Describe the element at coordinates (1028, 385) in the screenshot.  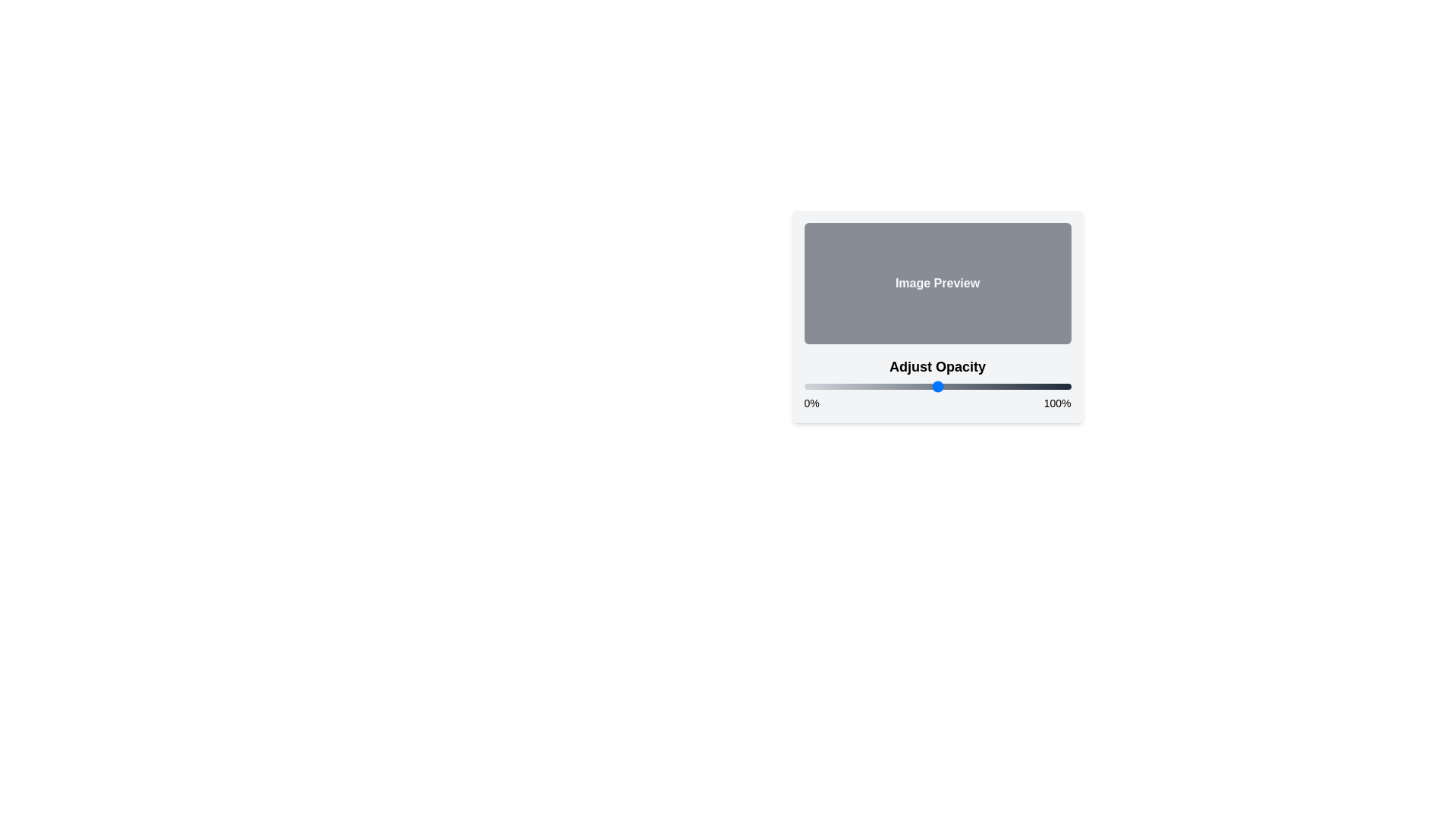
I see `slider value` at that location.